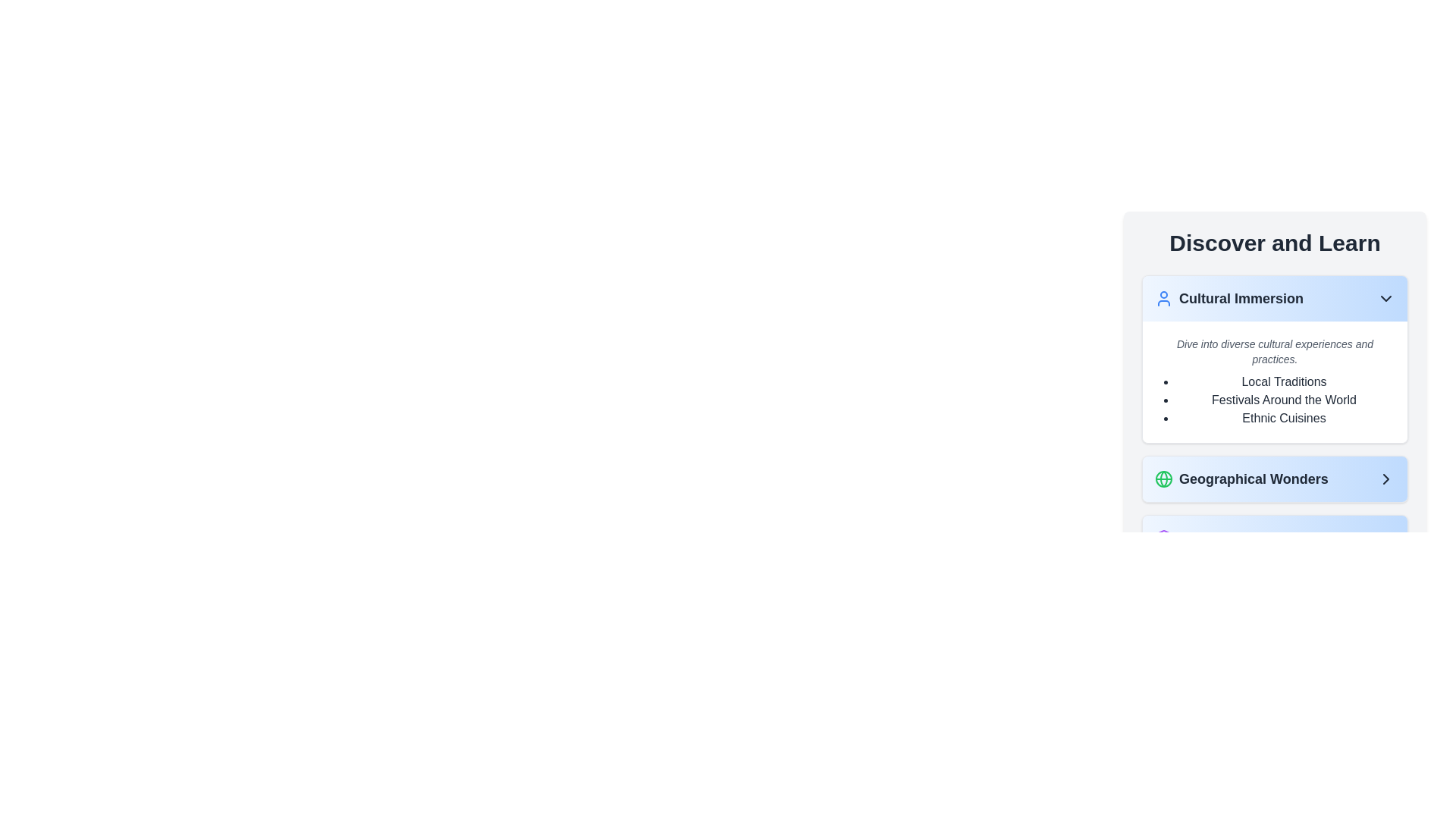  What do you see at coordinates (1386, 537) in the screenshot?
I see `the chevron arrow located at the far right of the 'Geographical Wonders' section in the 'Discover and Learn' interface` at bounding box center [1386, 537].